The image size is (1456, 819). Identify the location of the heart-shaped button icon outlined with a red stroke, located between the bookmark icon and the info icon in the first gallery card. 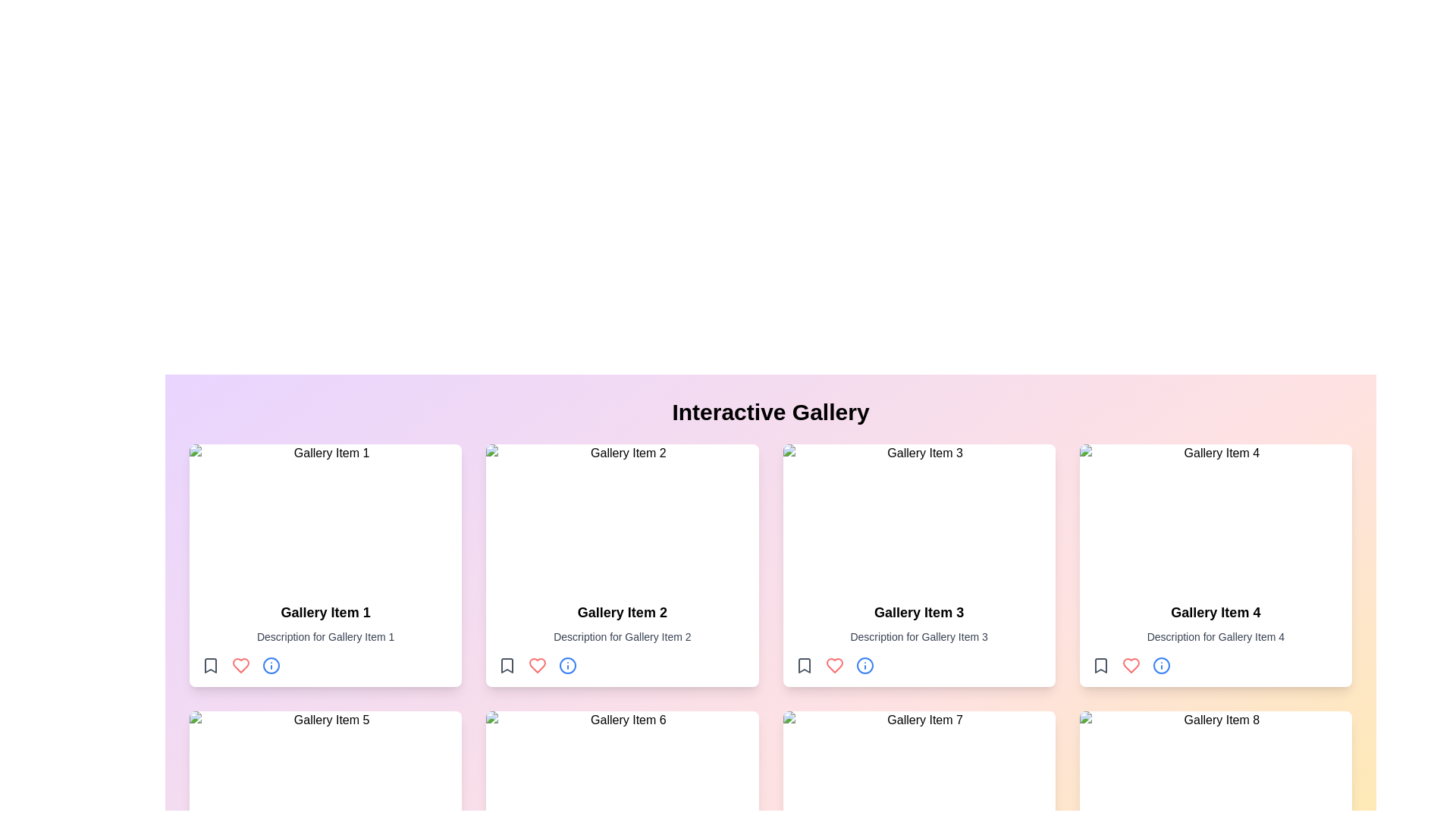
(240, 665).